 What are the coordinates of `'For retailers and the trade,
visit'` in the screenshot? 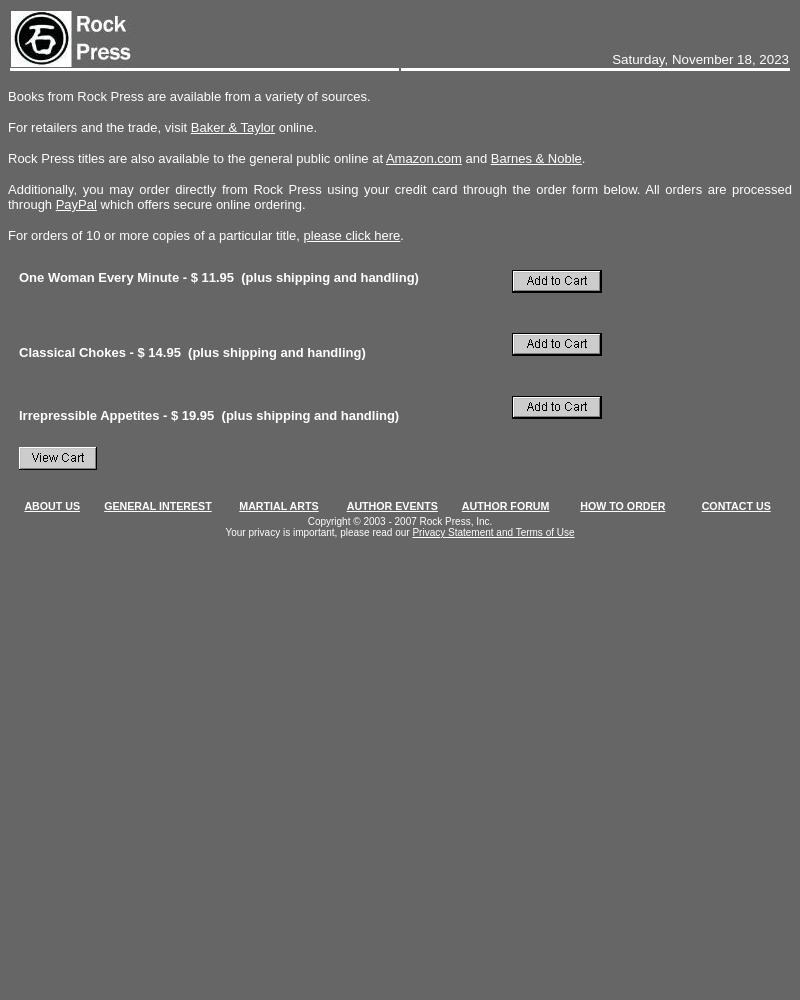 It's located at (98, 127).